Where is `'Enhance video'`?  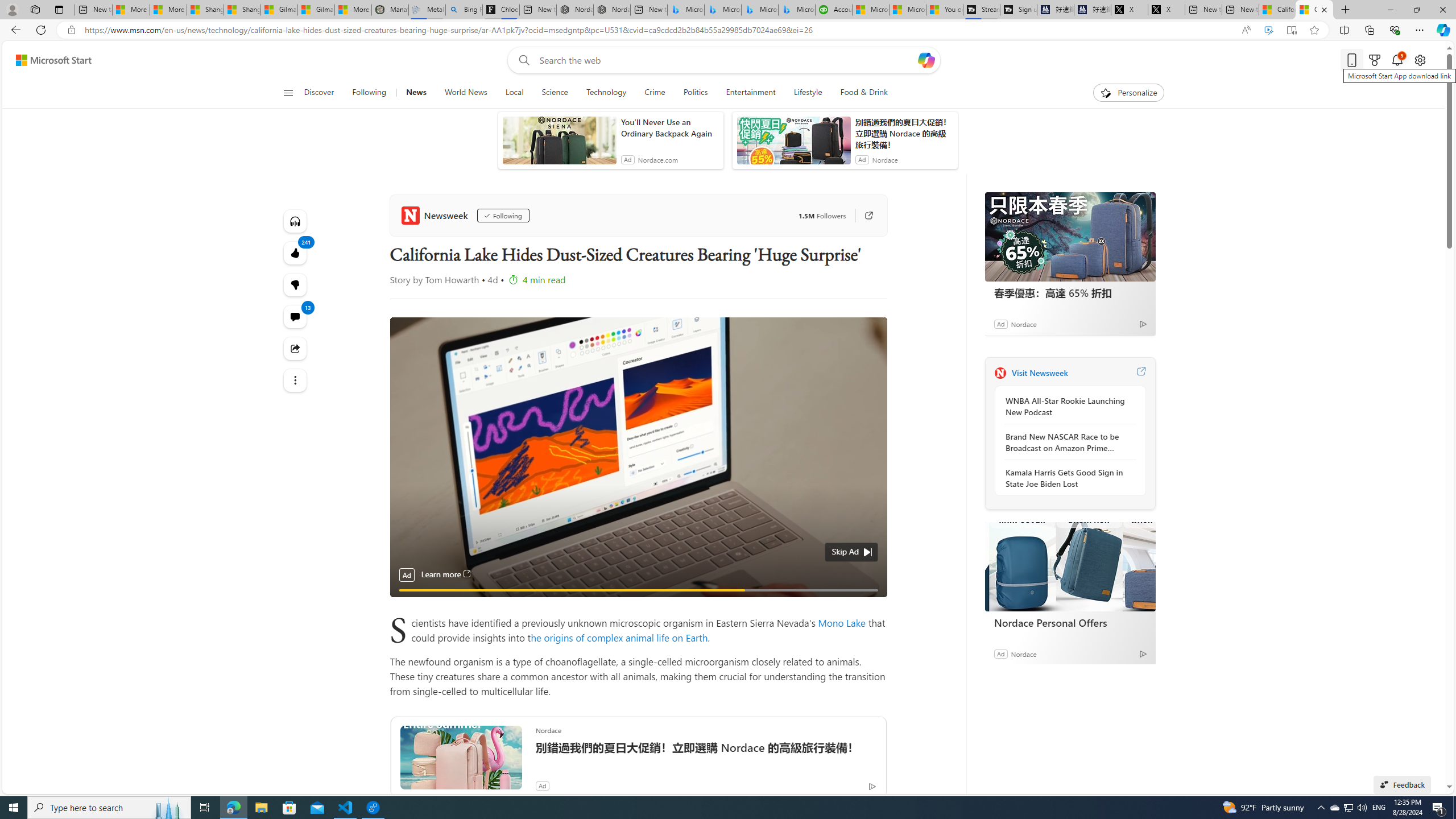 'Enhance video' is located at coordinates (1268, 30).